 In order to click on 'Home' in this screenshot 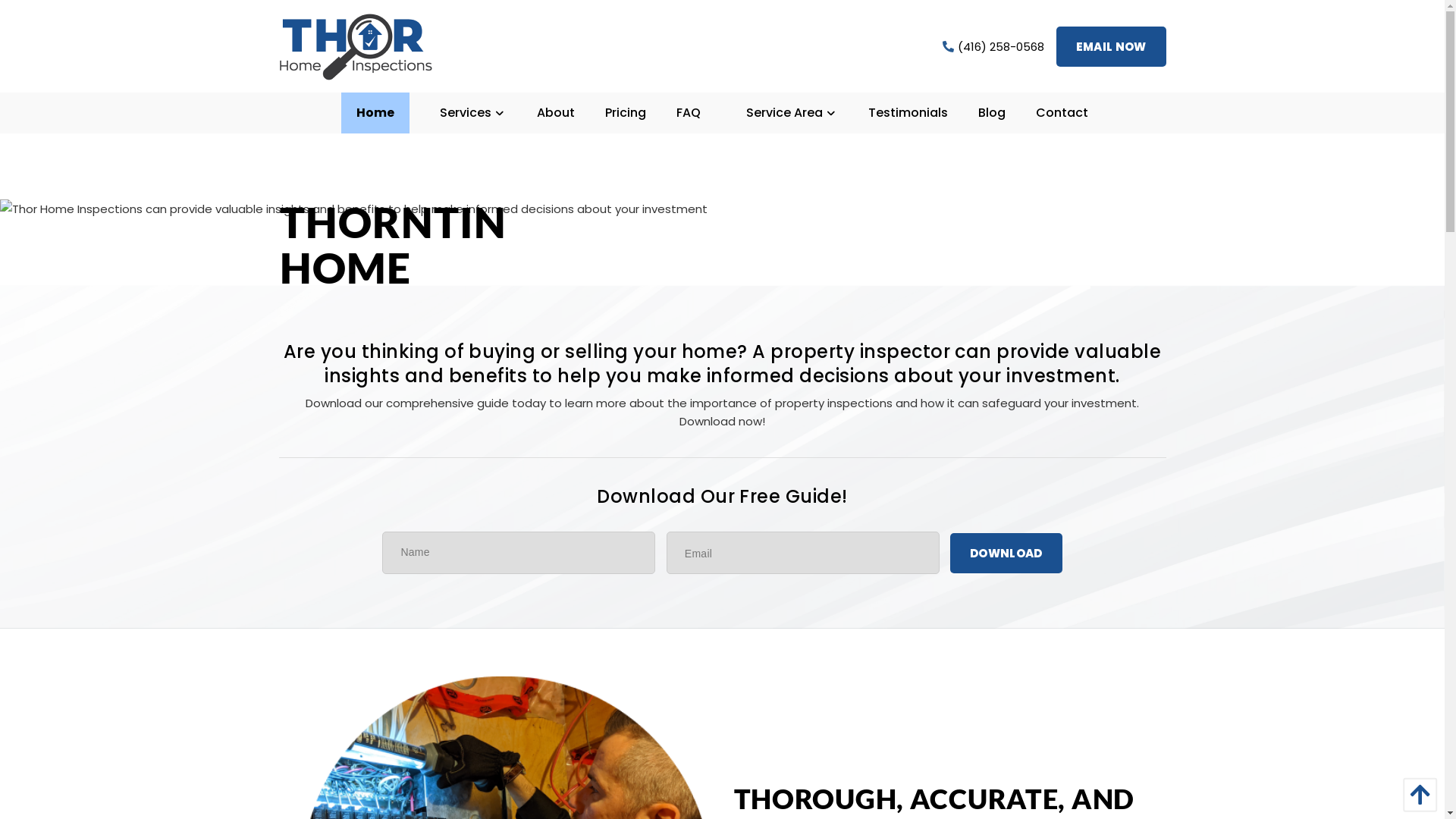, I will do `click(375, 112)`.